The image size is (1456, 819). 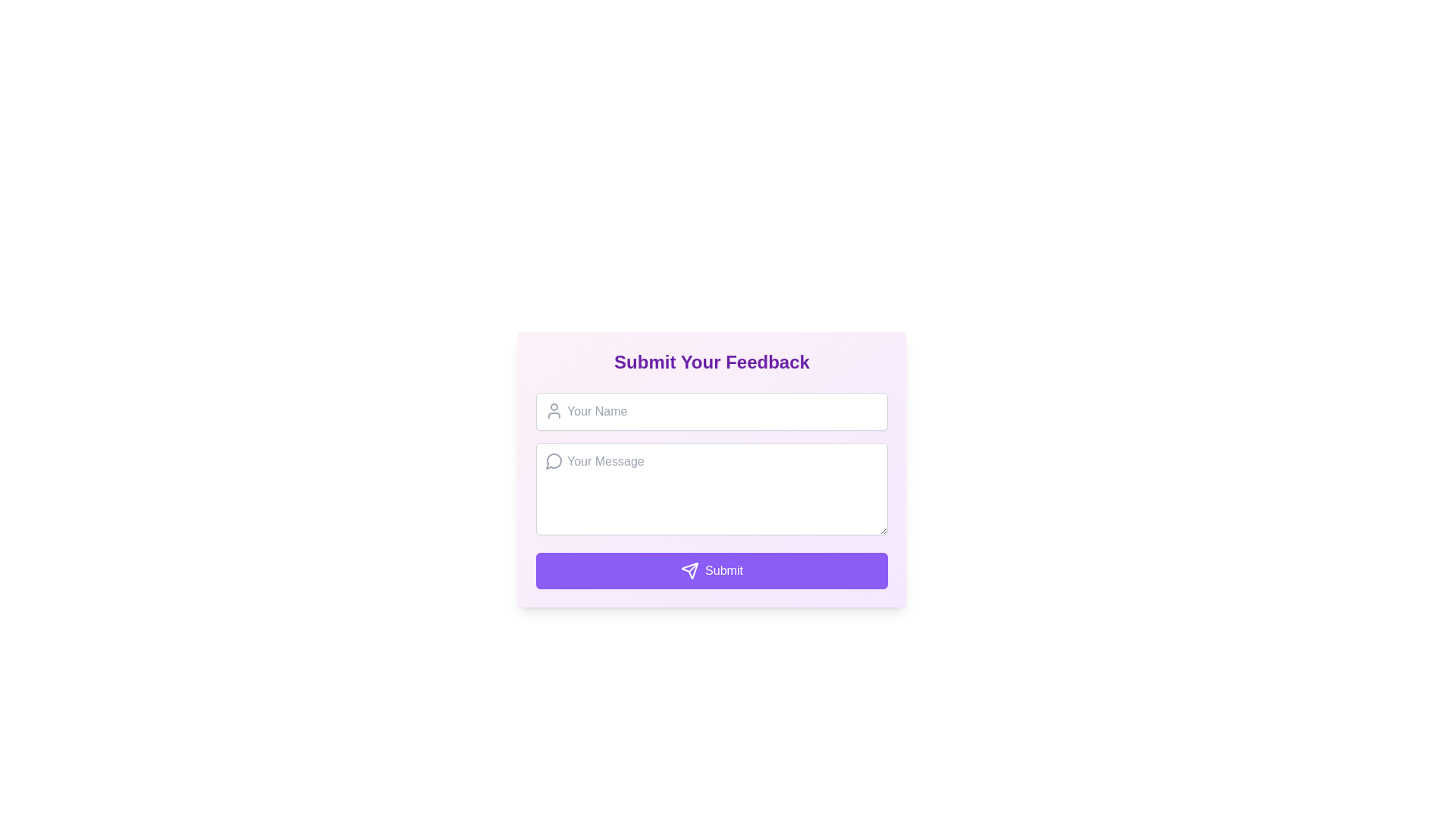 What do you see at coordinates (553, 460) in the screenshot?
I see `the circular speech bubble icon, which is styled in a light gray tone and located on the left side of the 'Your Message' input field in the feedback form` at bounding box center [553, 460].